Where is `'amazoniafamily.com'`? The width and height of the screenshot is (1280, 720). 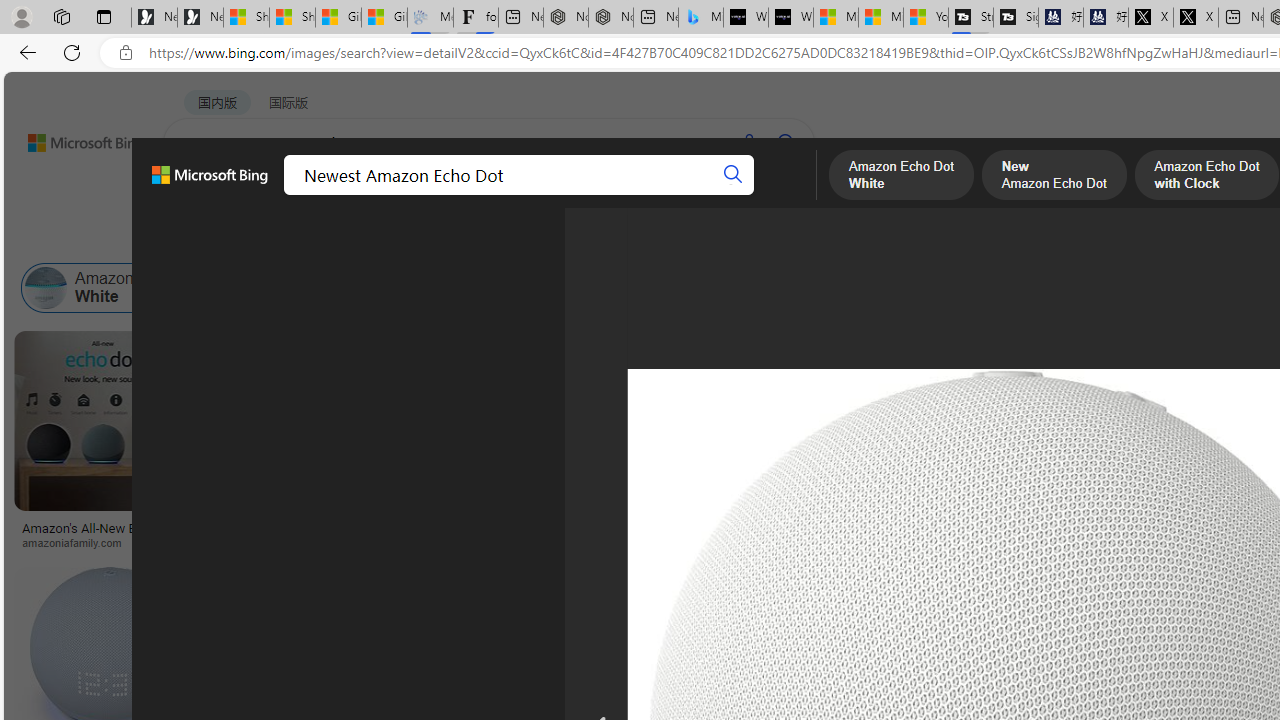 'amazoniafamily.com' is located at coordinates (78, 542).